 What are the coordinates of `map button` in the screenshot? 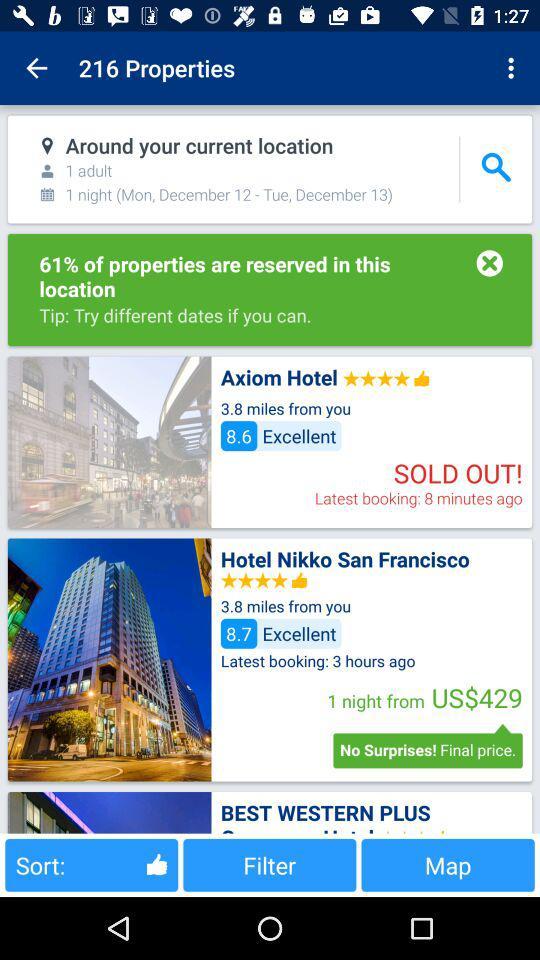 It's located at (448, 864).